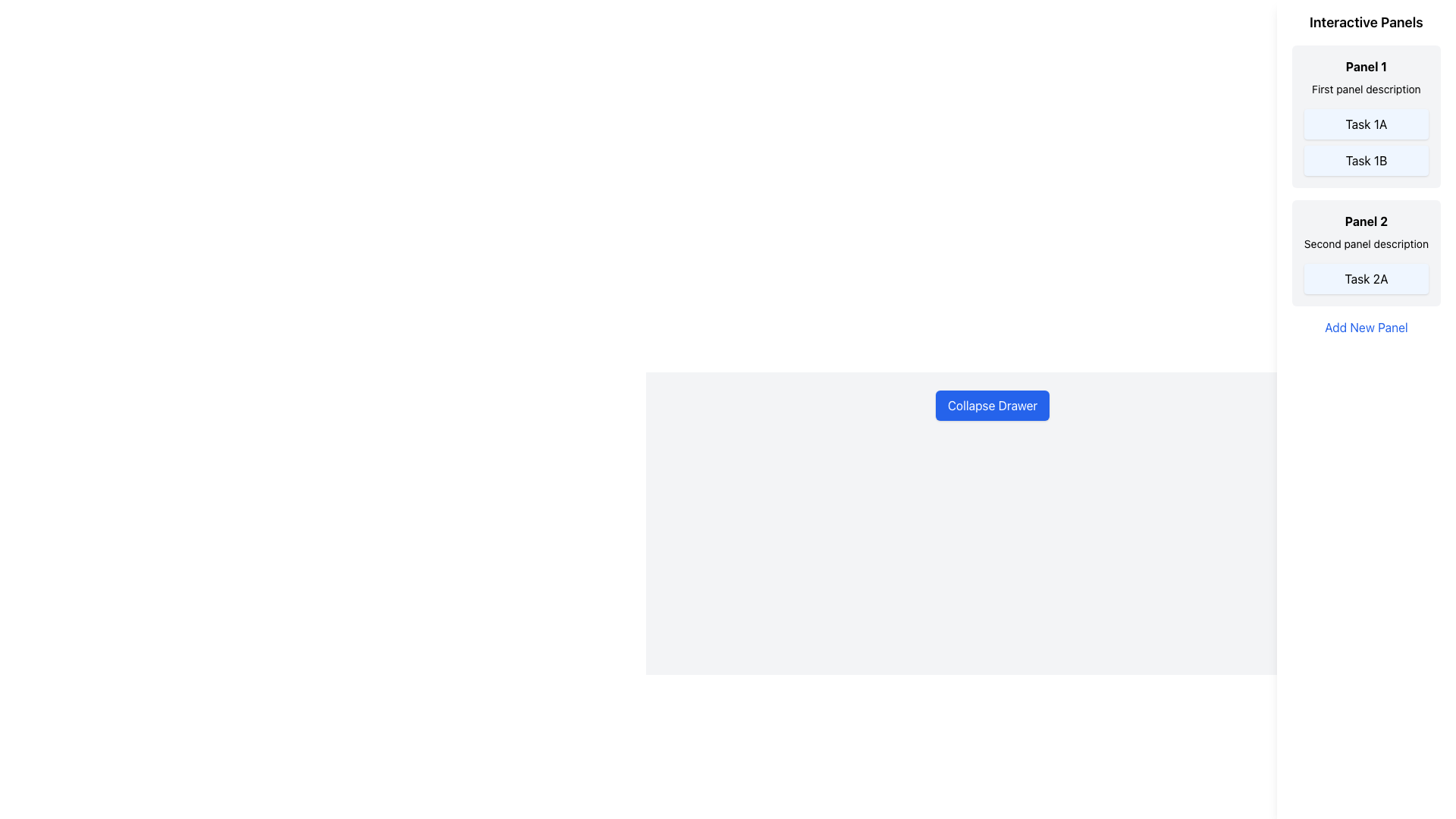  What do you see at coordinates (1366, 278) in the screenshot?
I see `the 'Task 2A' button with a light blue background located in 'Panel 2' of the 'Interactive Panels' section` at bounding box center [1366, 278].